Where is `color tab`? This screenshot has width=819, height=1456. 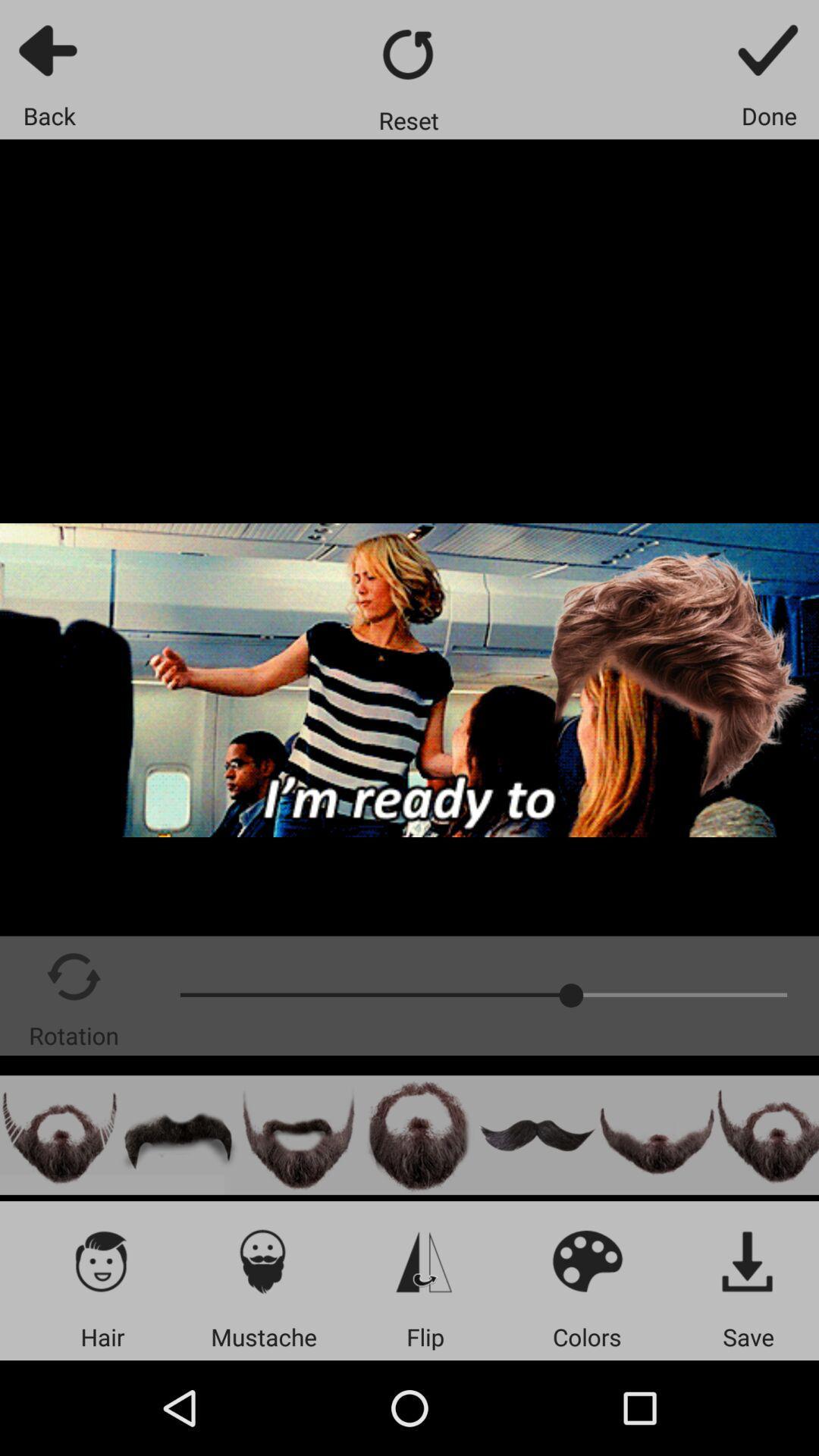
color tab is located at coordinates (586, 1260).